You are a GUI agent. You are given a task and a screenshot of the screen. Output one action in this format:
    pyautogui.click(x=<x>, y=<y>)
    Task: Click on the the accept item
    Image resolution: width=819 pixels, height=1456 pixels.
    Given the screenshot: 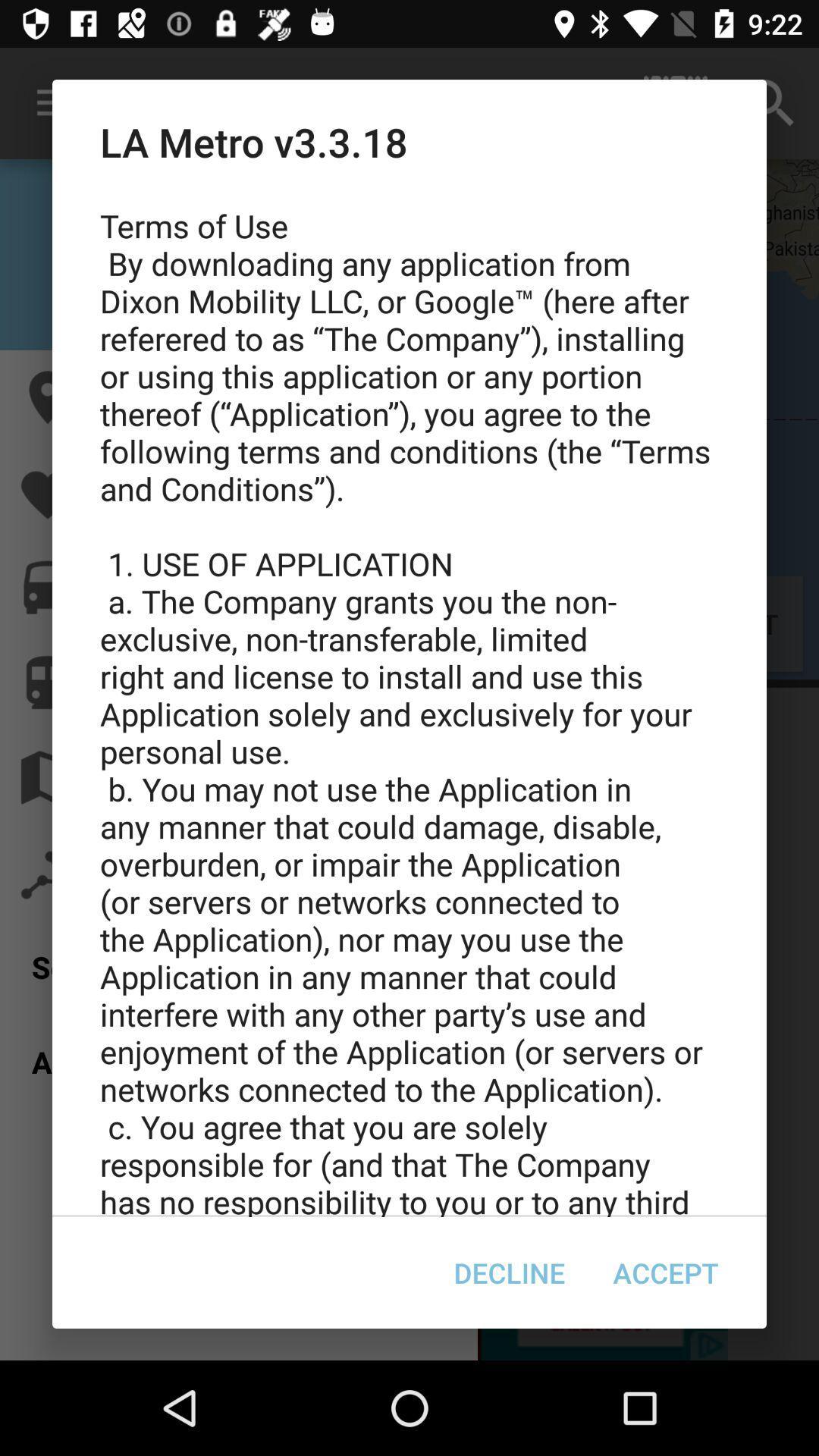 What is the action you would take?
    pyautogui.click(x=665, y=1272)
    